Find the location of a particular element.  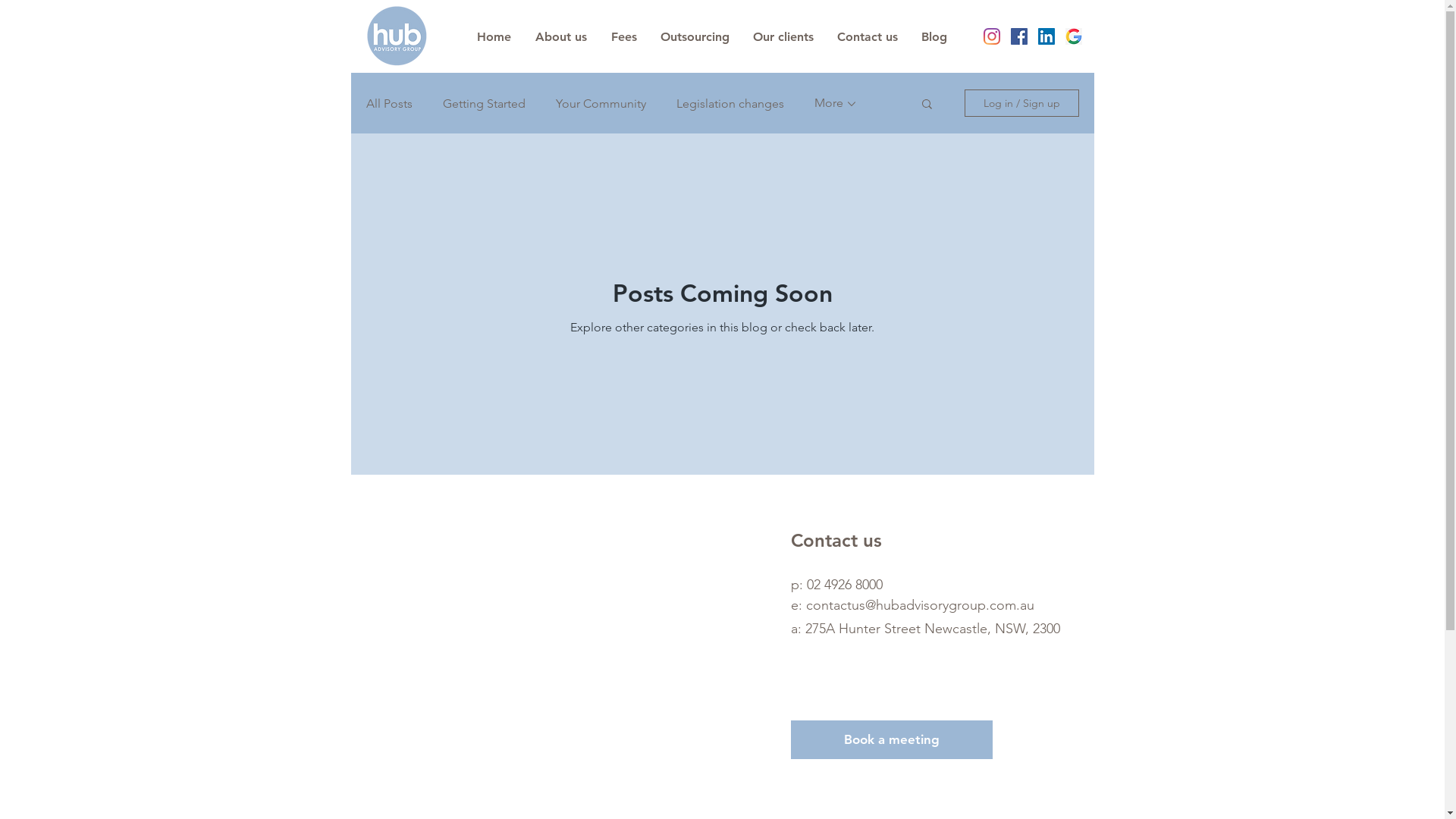

'Fees' is located at coordinates (623, 36).